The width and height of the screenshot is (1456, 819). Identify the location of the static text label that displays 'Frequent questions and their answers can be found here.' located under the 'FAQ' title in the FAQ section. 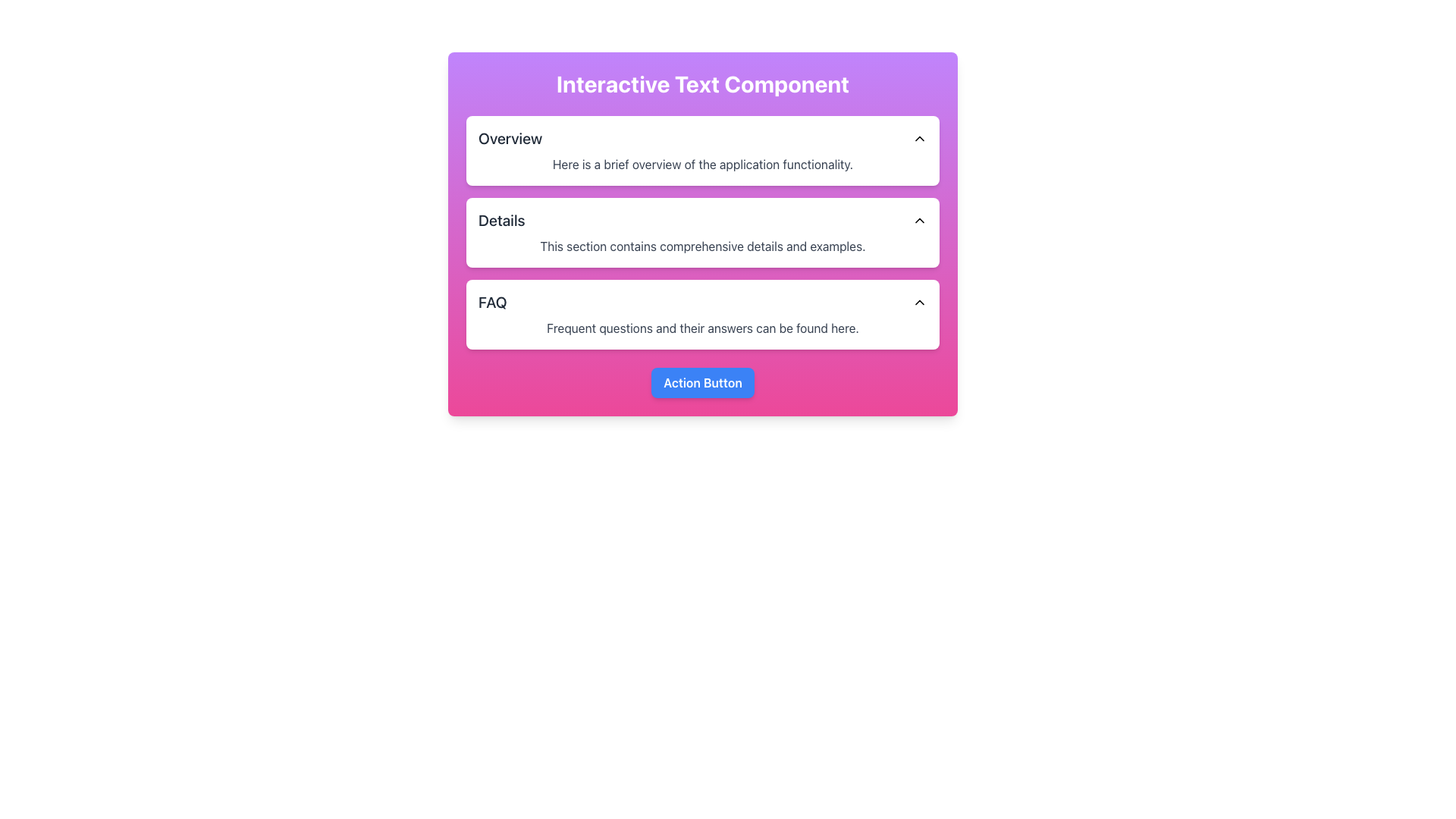
(701, 327).